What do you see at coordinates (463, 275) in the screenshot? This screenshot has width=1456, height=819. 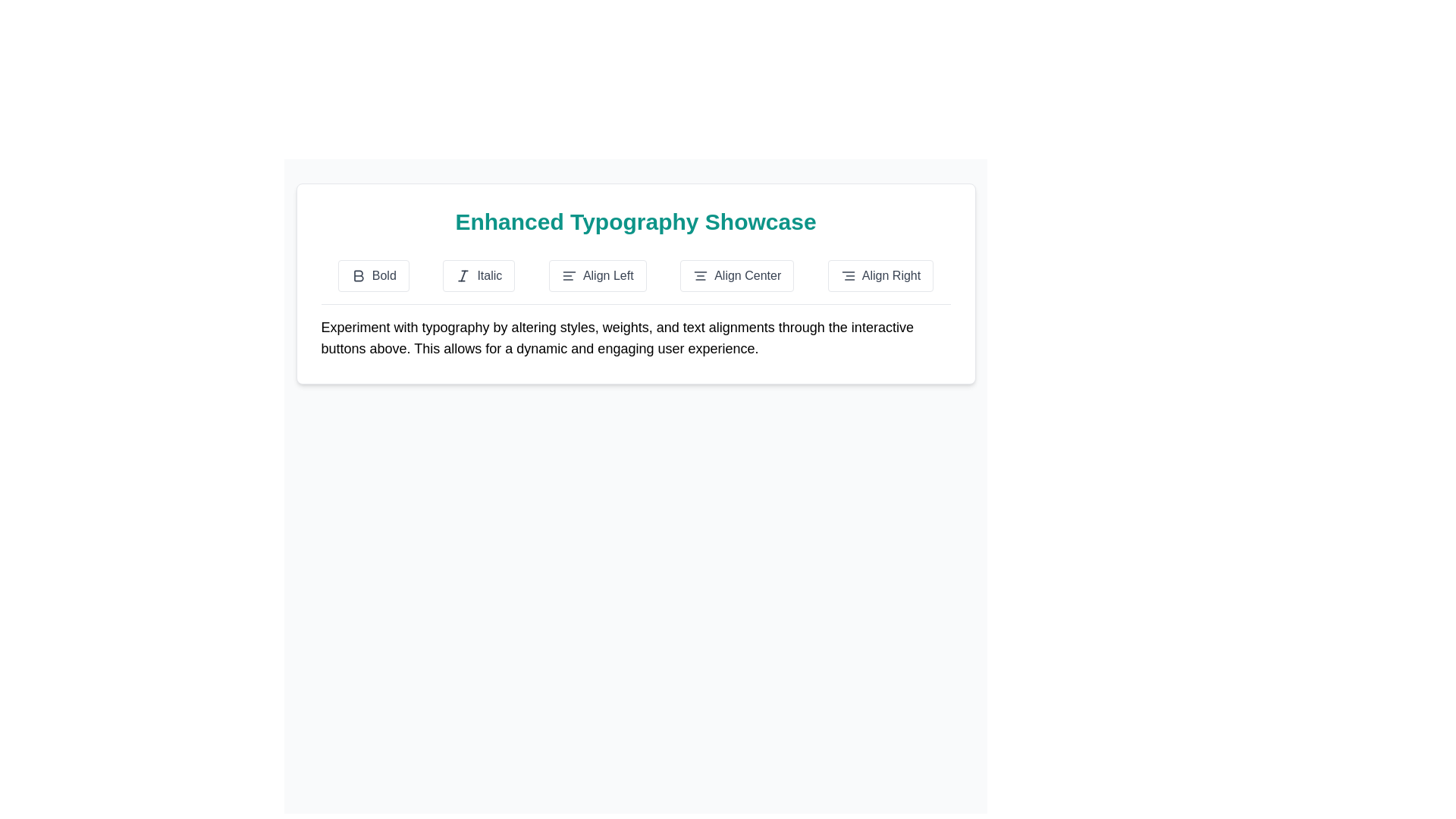 I see `central decorative line of the SVG icon representing the 'Italic' formatting option, located within the second button of the Enhanced Typography Showcase` at bounding box center [463, 275].